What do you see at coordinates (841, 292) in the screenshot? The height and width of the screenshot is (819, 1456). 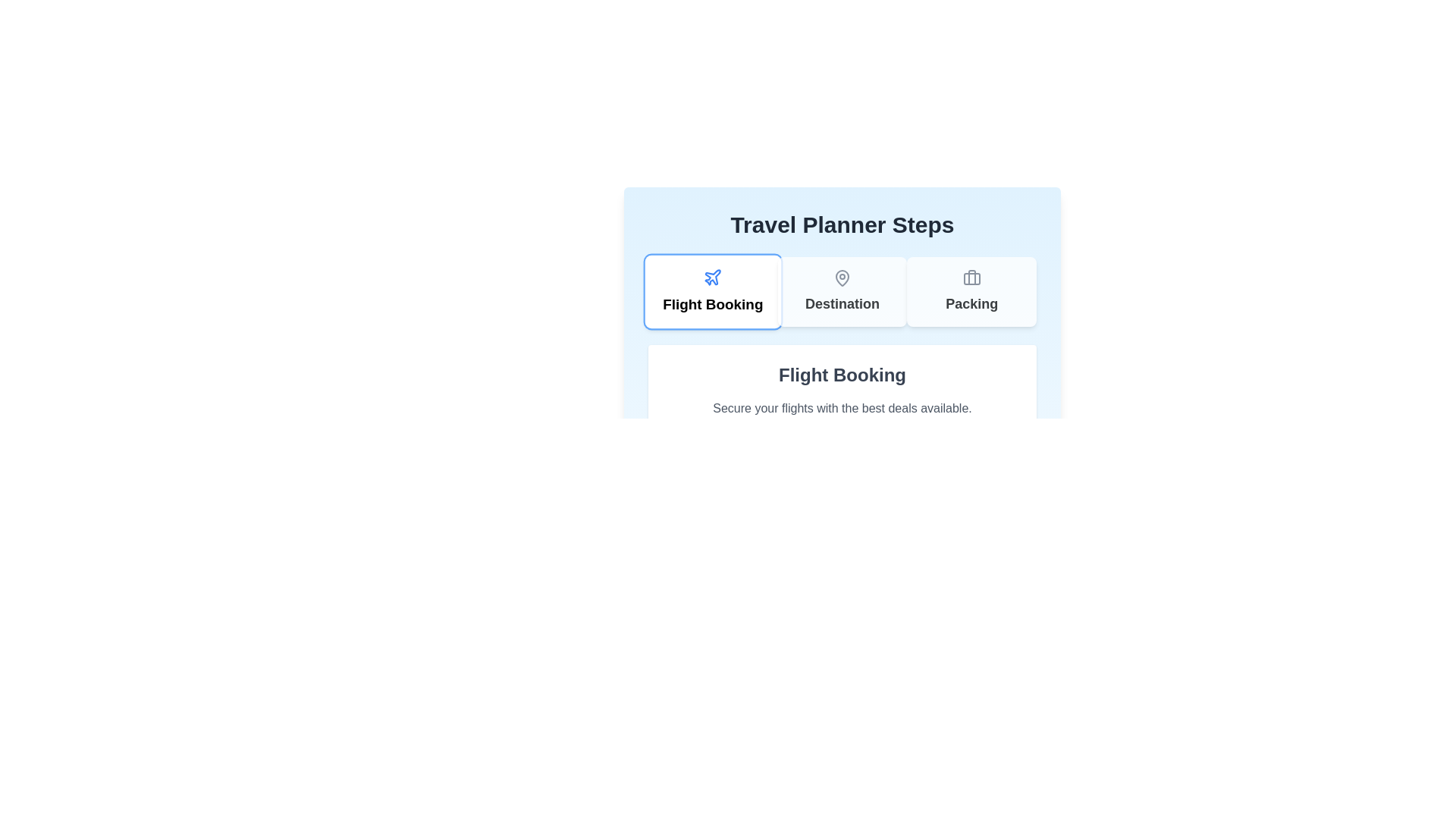 I see `the 'Destination' button in the travel planning interface, which is the second card in a horizontal row of three cards, located below the 'Travel Planner Steps' heading` at bounding box center [841, 292].